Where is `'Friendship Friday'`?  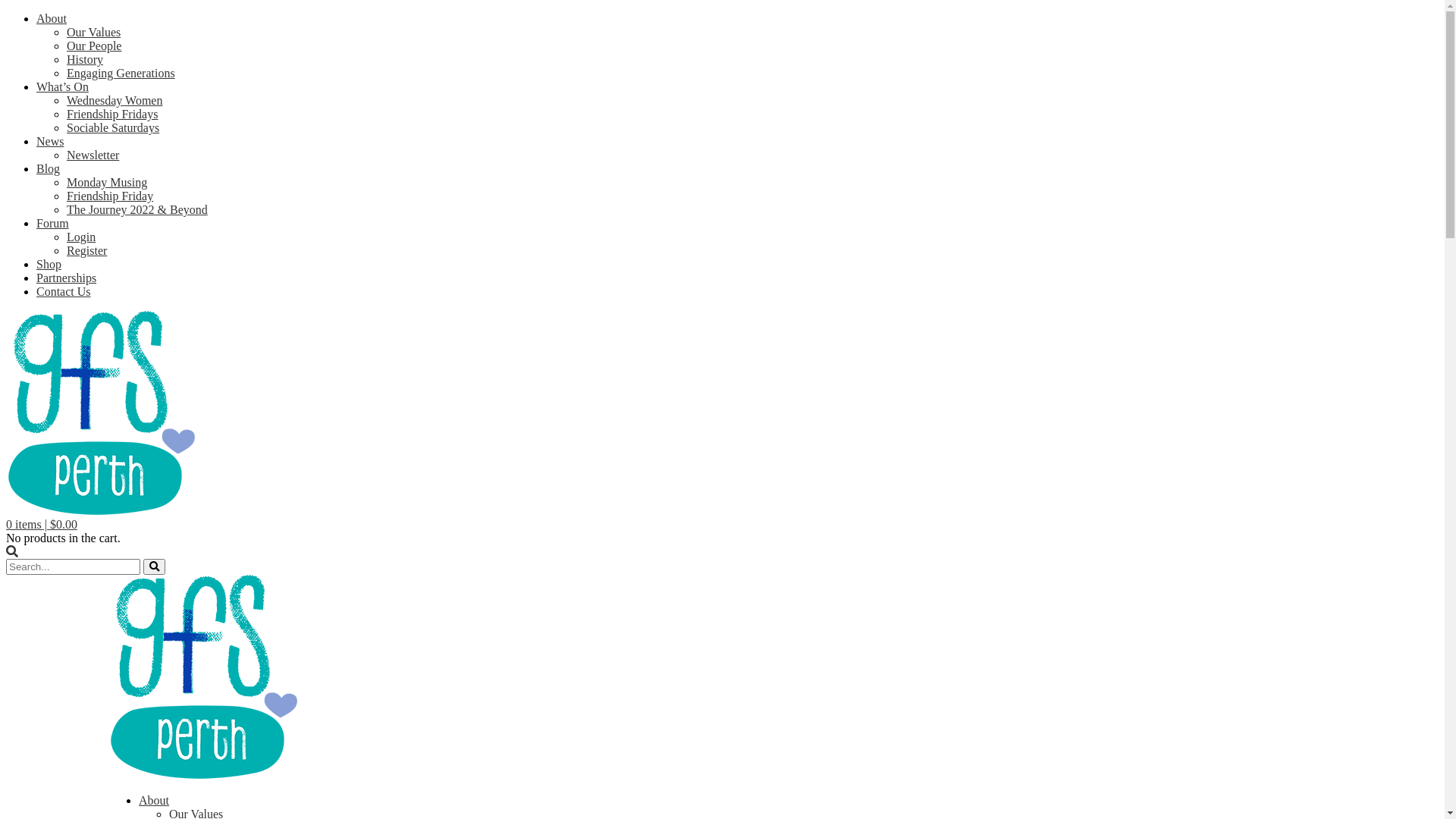 'Friendship Friday' is located at coordinates (108, 195).